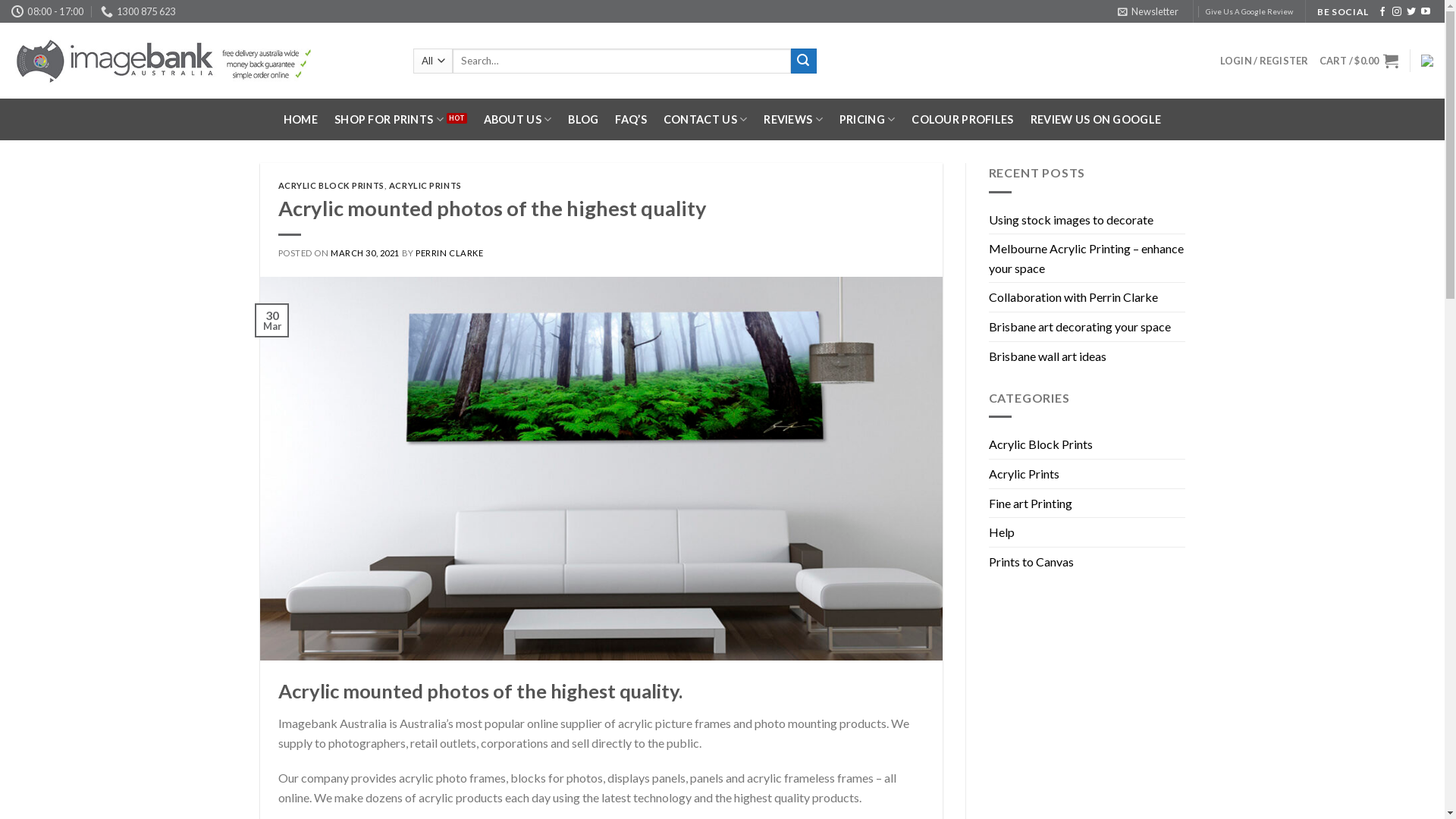 Image resolution: width=1456 pixels, height=819 pixels. What do you see at coordinates (1358, 60) in the screenshot?
I see `'CART / $0.00'` at bounding box center [1358, 60].